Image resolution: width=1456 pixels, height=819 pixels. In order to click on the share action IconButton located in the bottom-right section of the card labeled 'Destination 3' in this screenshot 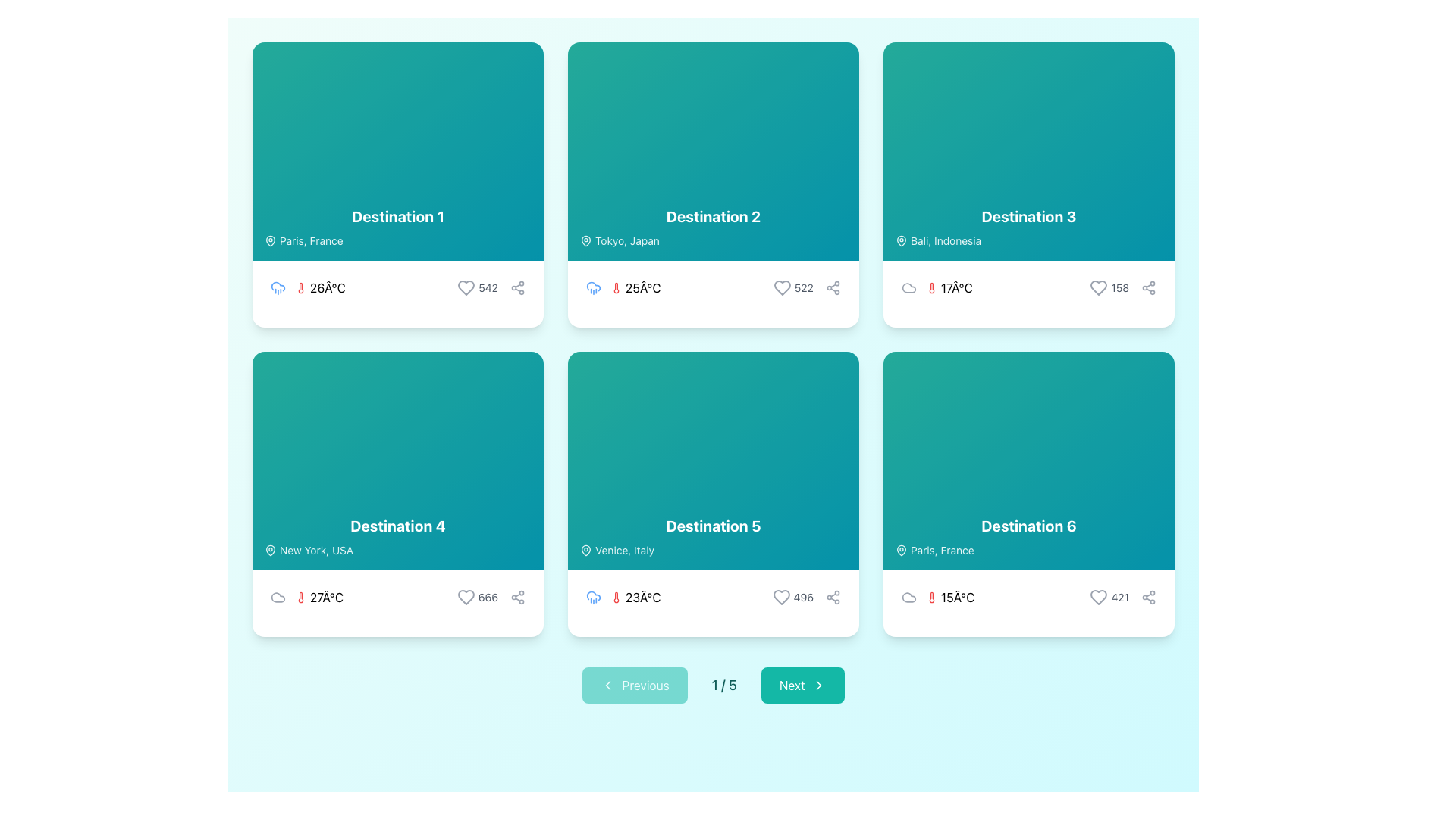, I will do `click(1149, 288)`.